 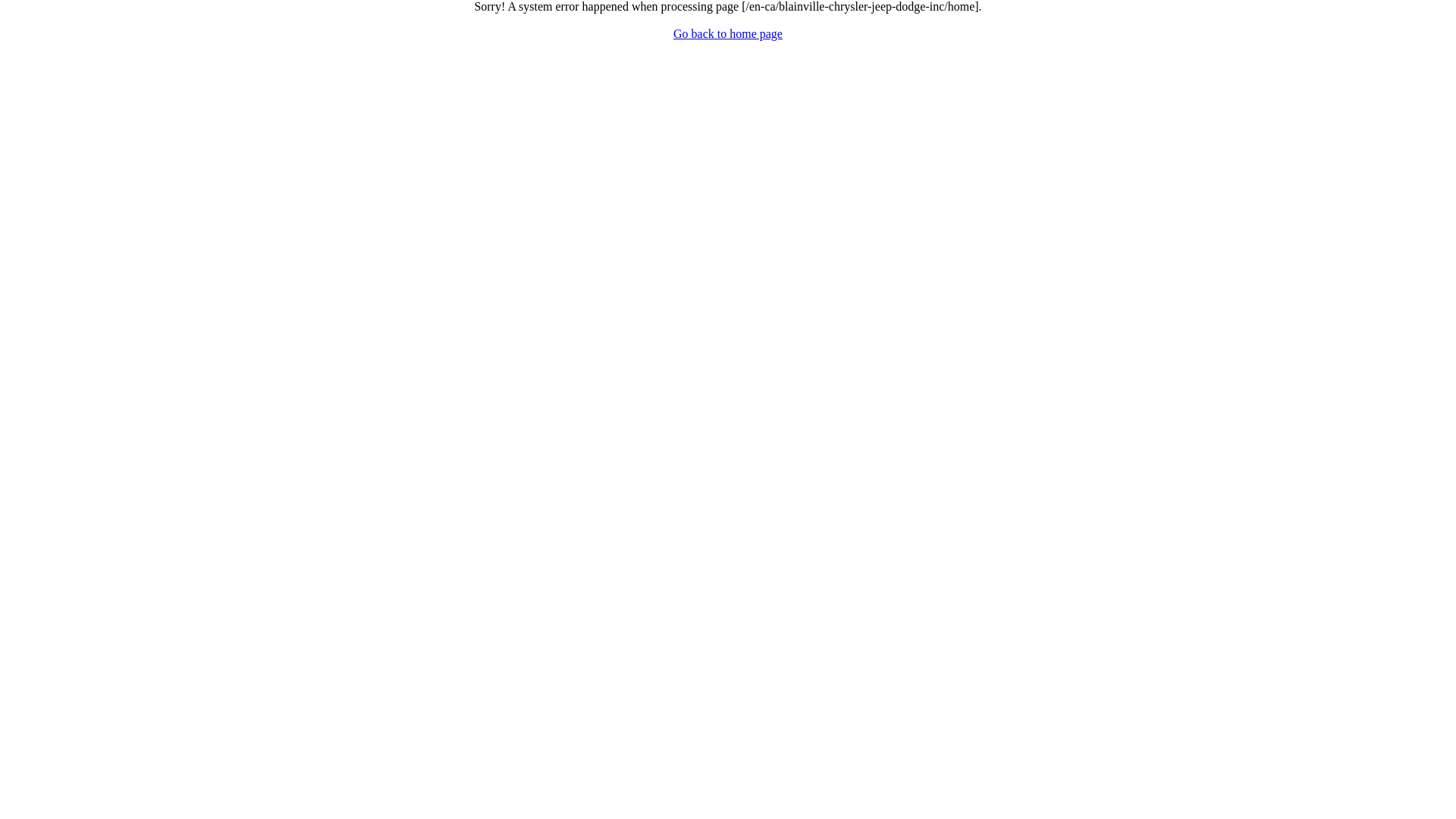 What do you see at coordinates (673, 33) in the screenshot?
I see `'Go back to home page'` at bounding box center [673, 33].